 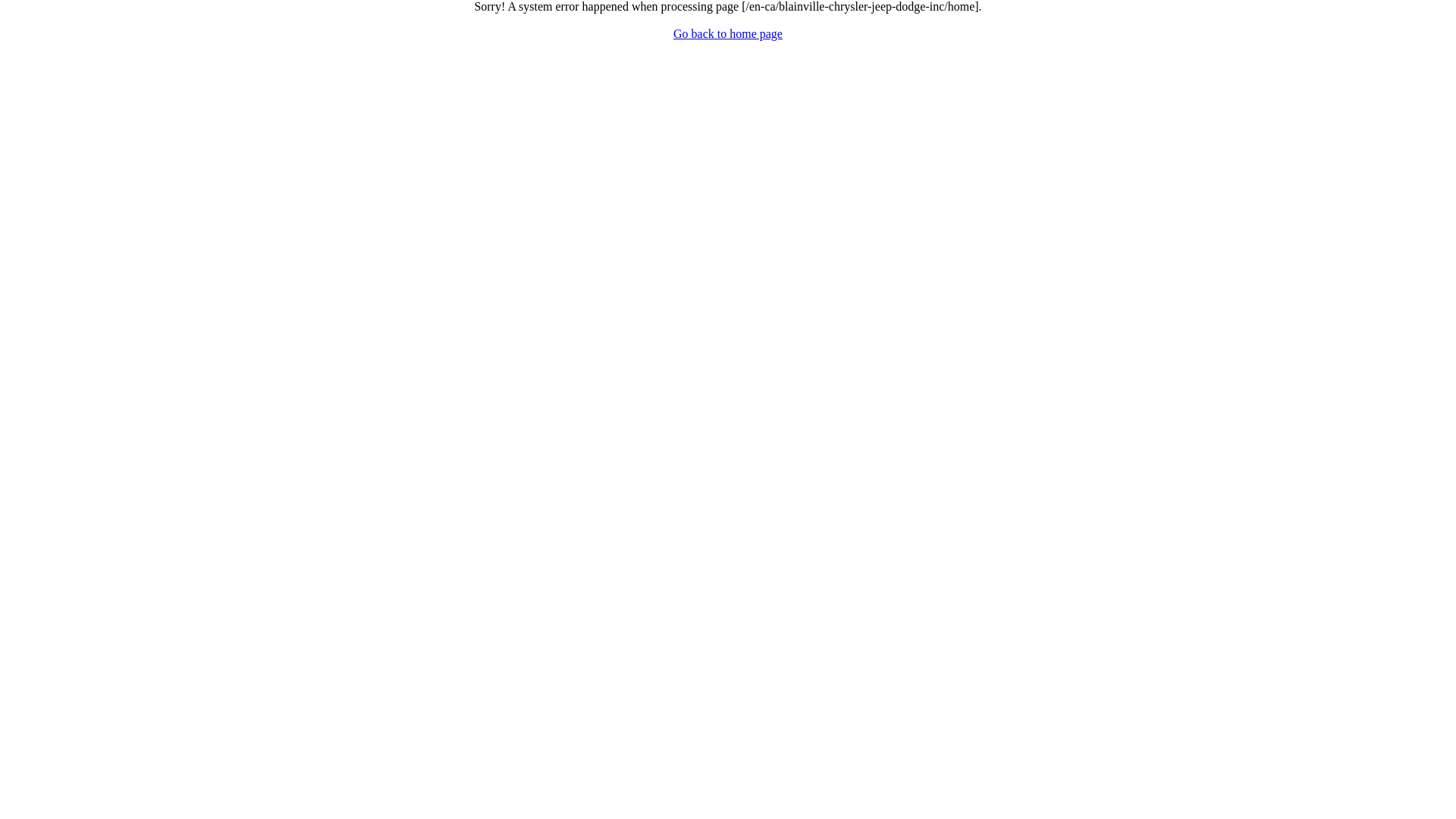 What do you see at coordinates (673, 33) in the screenshot?
I see `'Go back to home page'` at bounding box center [673, 33].